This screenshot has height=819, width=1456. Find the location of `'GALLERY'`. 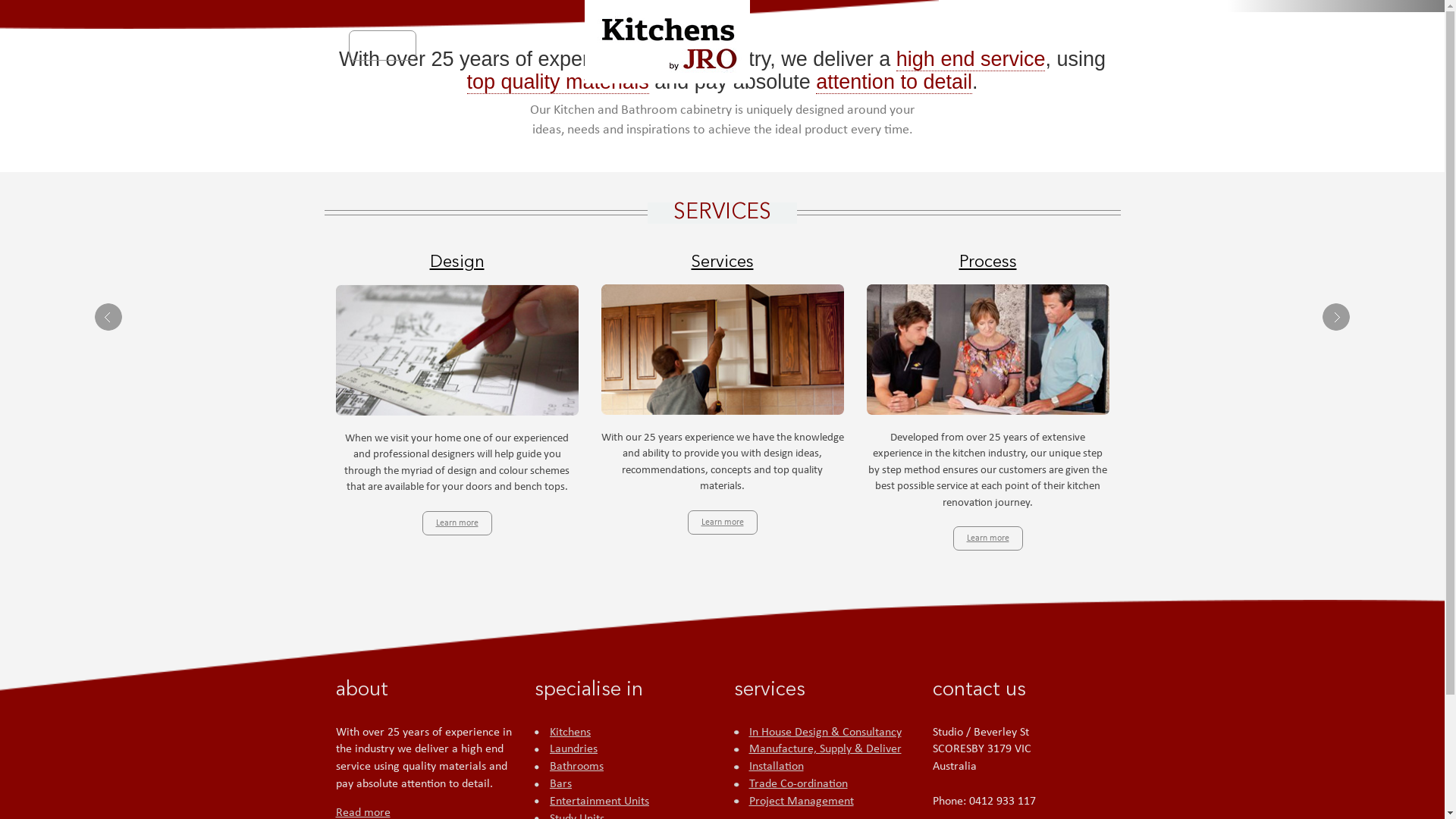

'GALLERY' is located at coordinates (964, 45).